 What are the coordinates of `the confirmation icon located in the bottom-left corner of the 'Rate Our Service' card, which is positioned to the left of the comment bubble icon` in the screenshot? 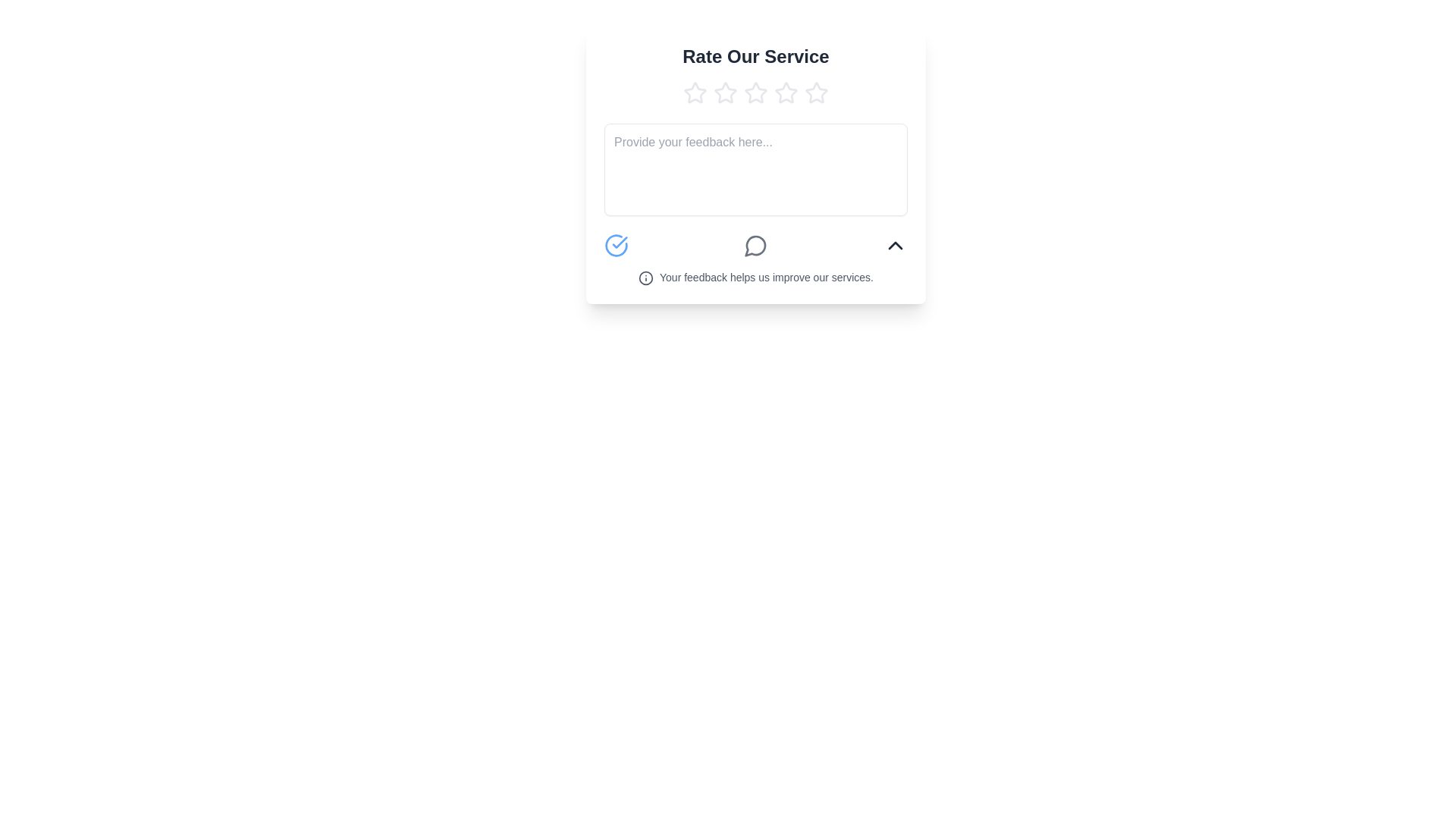 It's located at (616, 245).